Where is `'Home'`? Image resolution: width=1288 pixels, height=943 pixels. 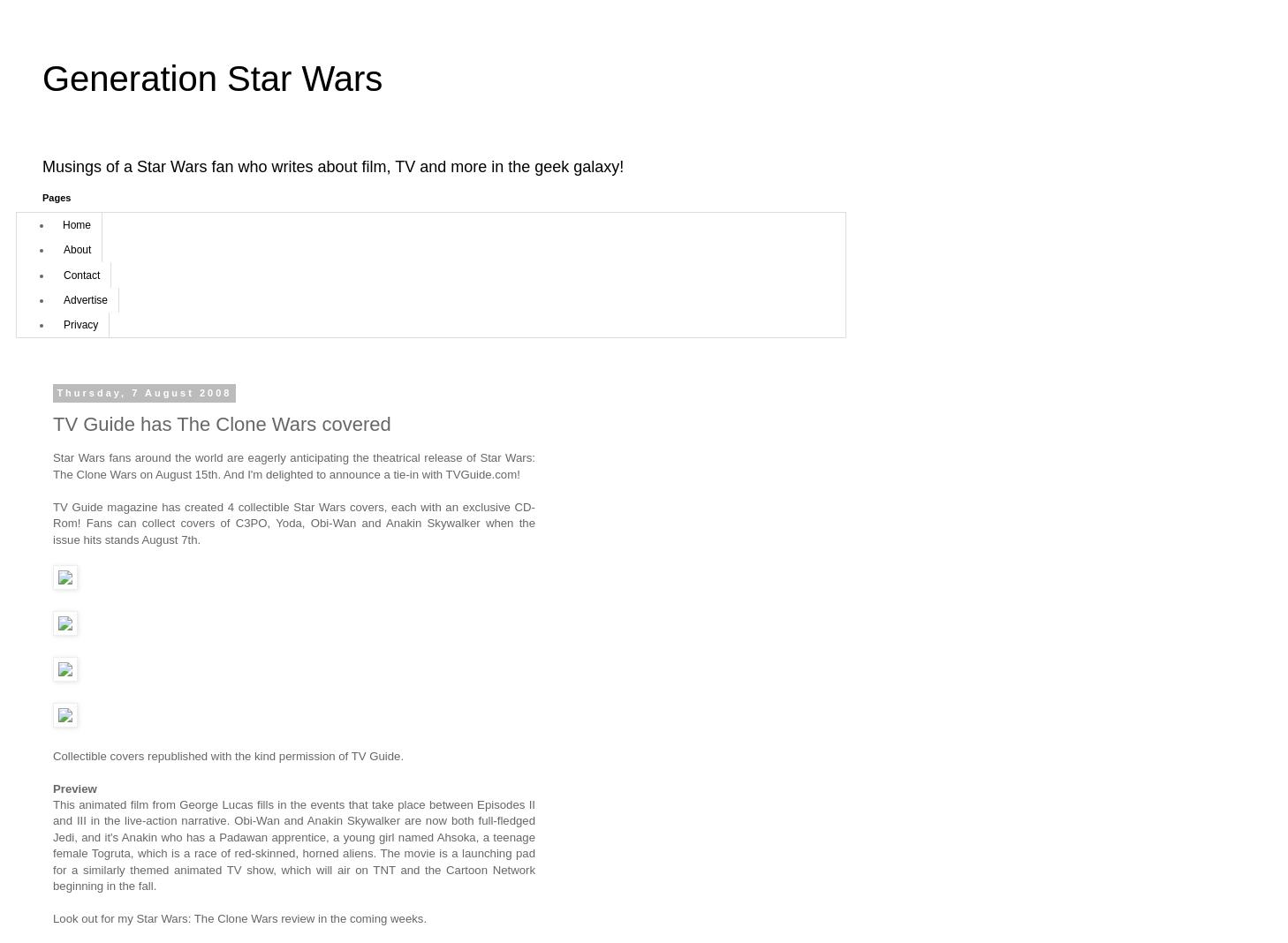 'Home' is located at coordinates (62, 223).